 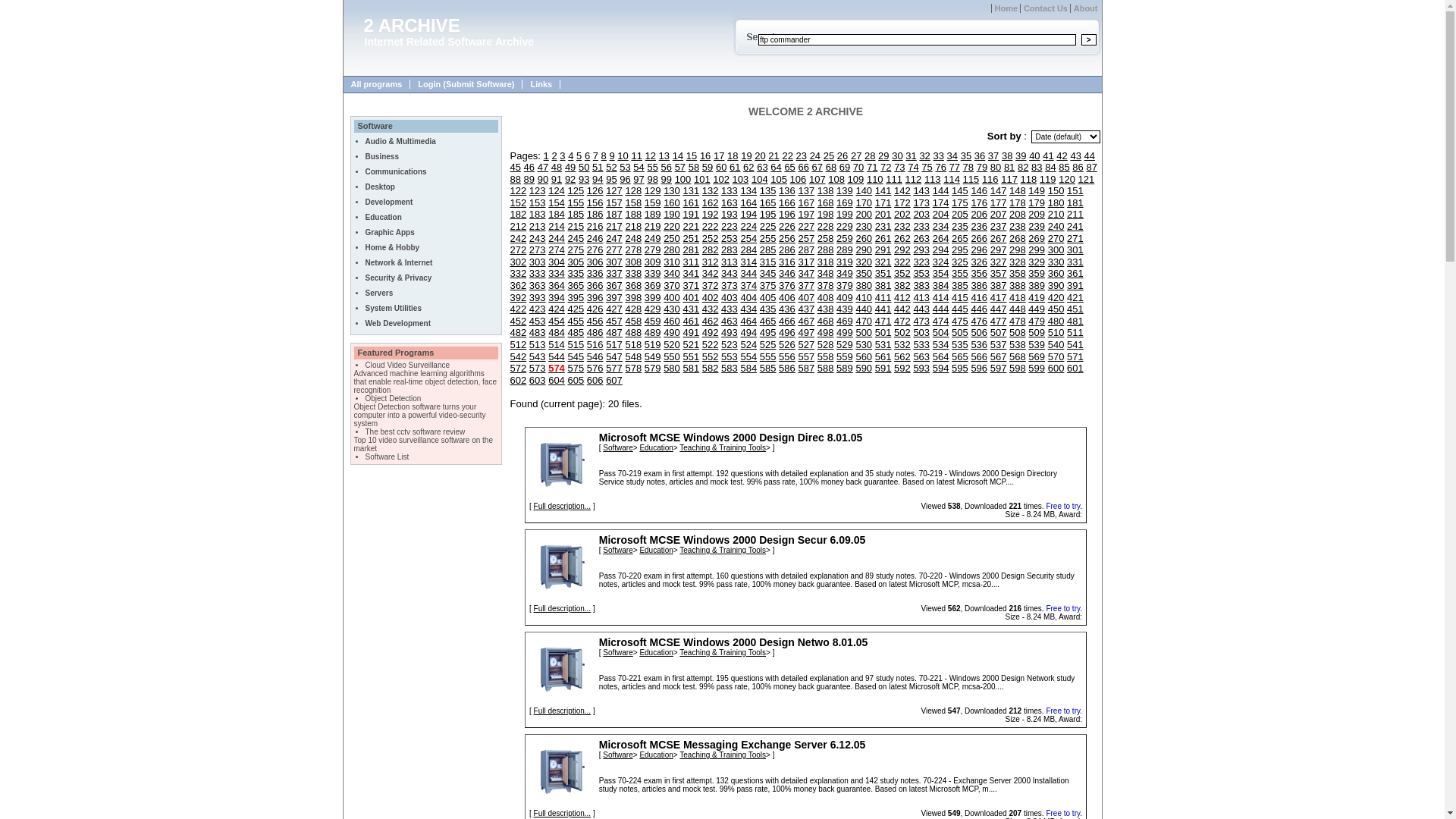 What do you see at coordinates (365, 201) in the screenshot?
I see `'Development'` at bounding box center [365, 201].